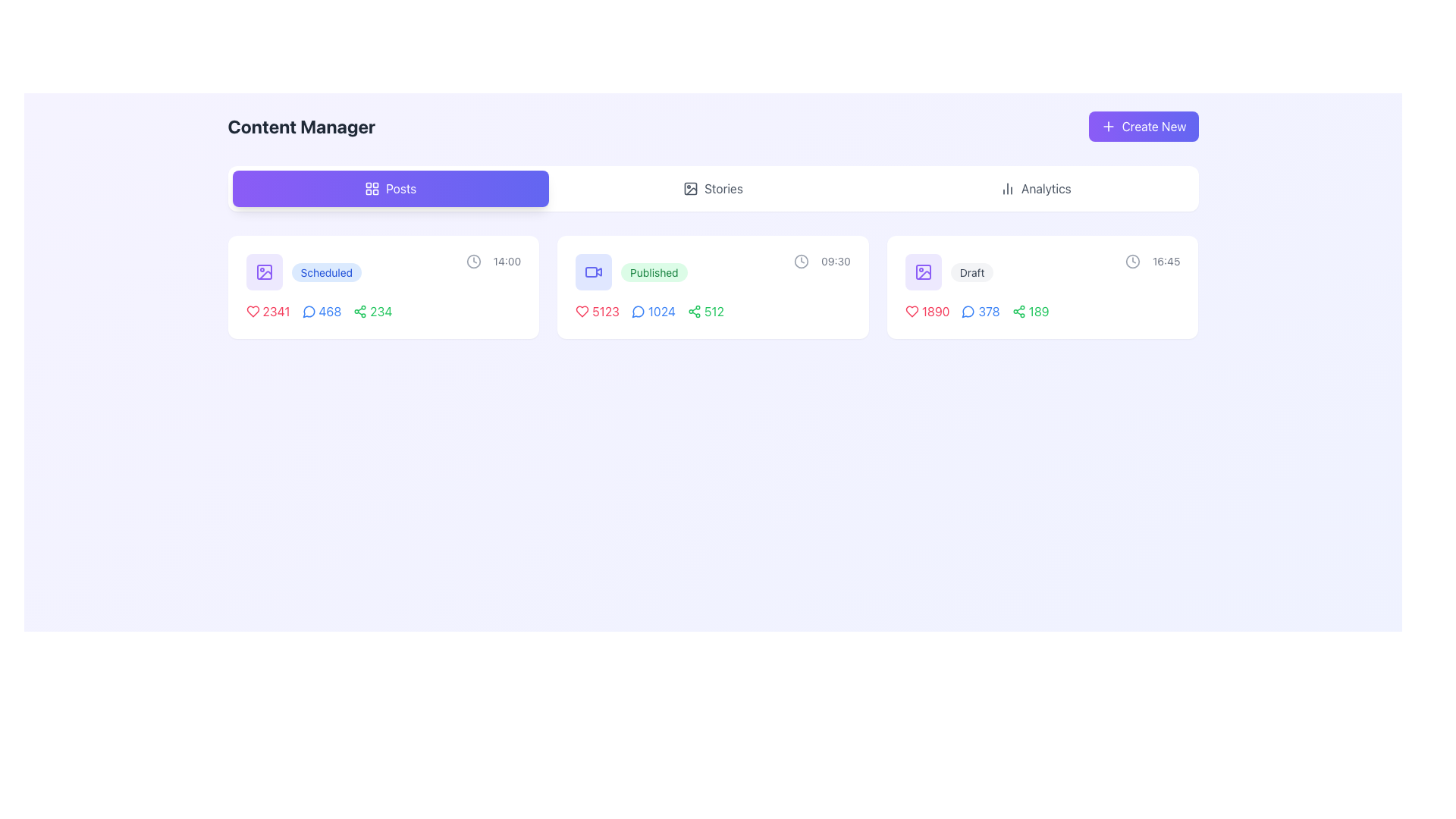  I want to click on the comments count element, which is the second item in the sequence of likes, comments, and shares, so click(650, 311).